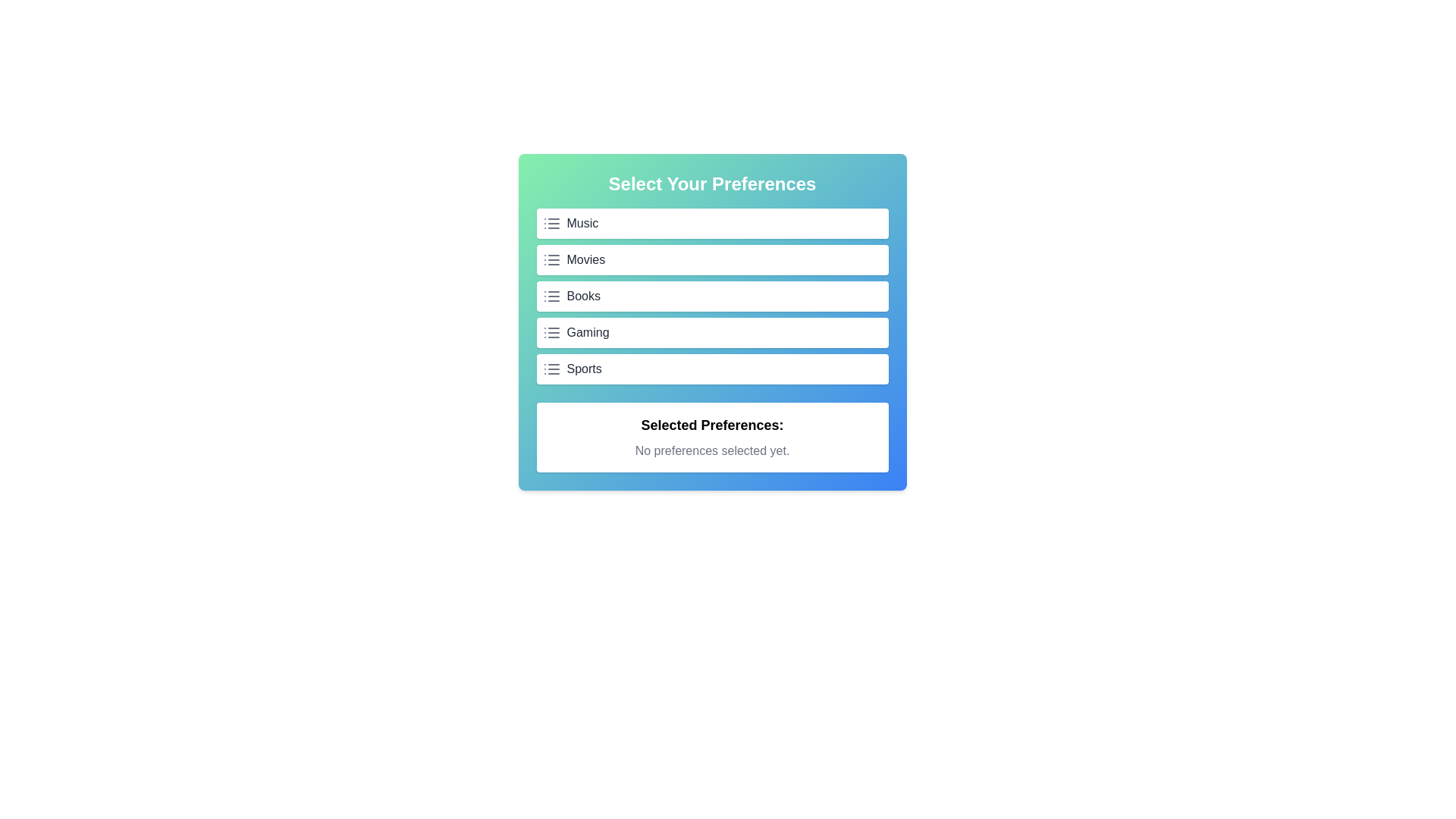 The width and height of the screenshot is (1456, 819). I want to click on the static text label that reads 'Selected Preferences:' which is styled in bold and large font, positioned at the bottom of a card-like section, so click(711, 425).